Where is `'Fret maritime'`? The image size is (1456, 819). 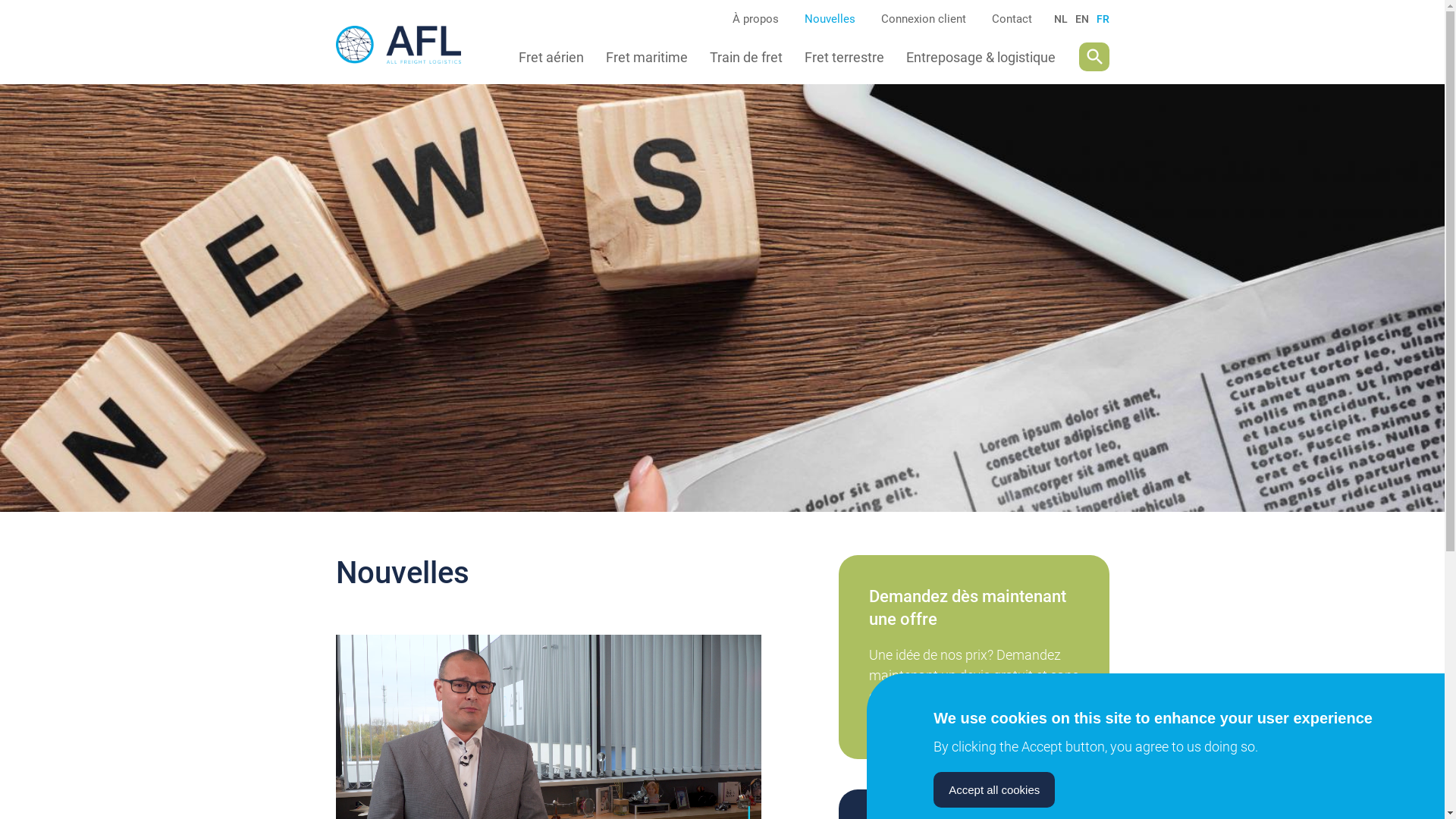 'Fret maritime' is located at coordinates (647, 55).